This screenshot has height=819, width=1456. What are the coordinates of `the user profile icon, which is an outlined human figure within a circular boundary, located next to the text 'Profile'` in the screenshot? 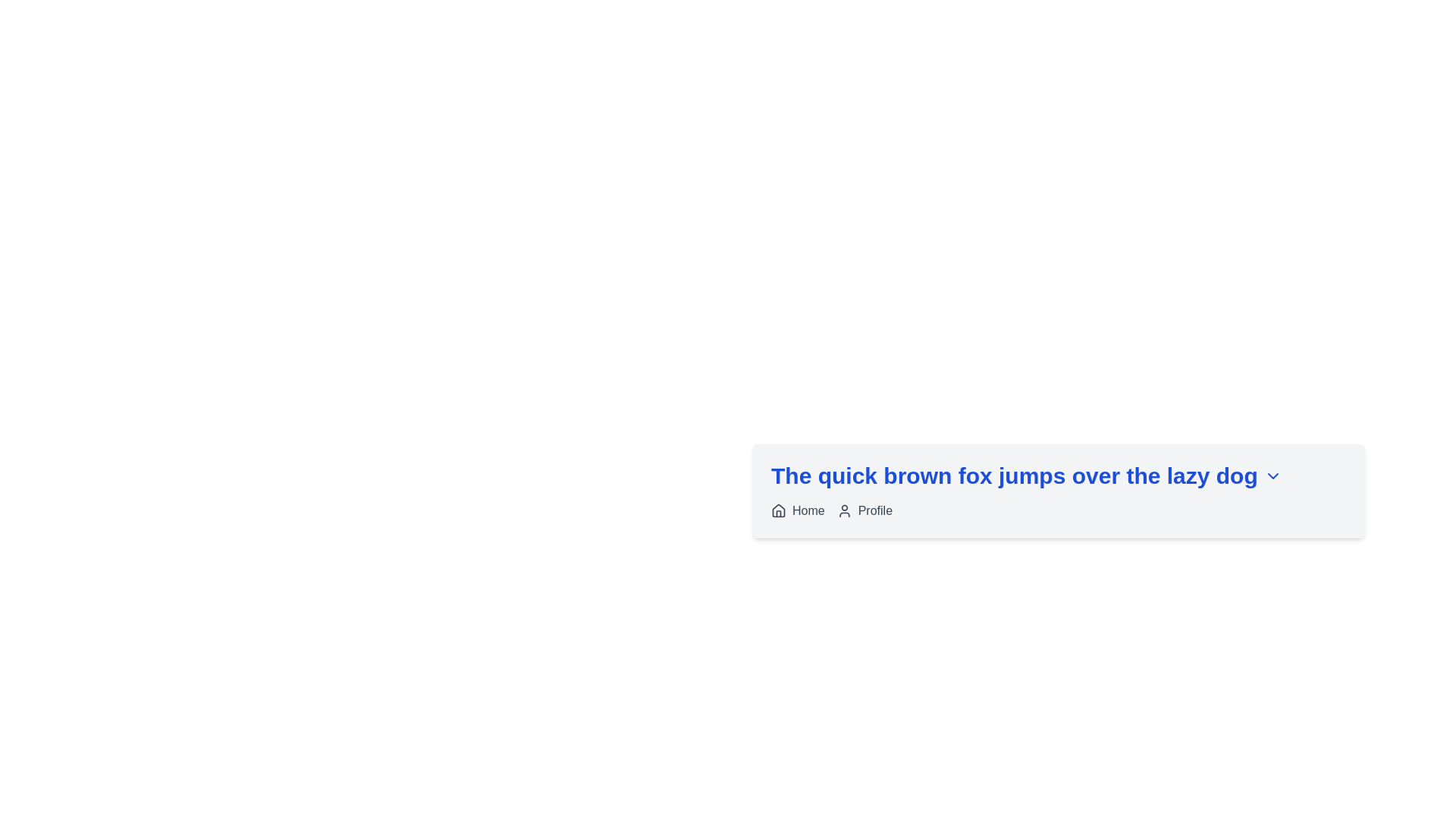 It's located at (843, 511).